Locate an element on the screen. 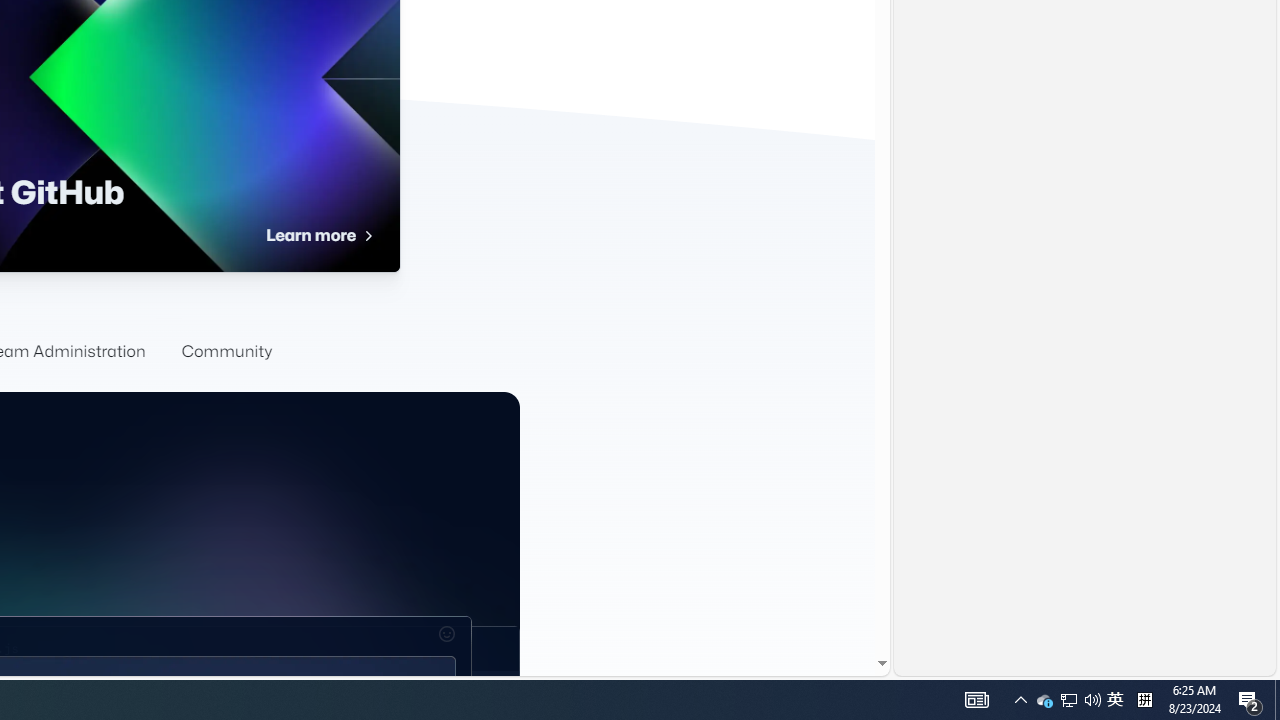  'Class: octicon arrow-symbol-mktg octicon' is located at coordinates (367, 235).